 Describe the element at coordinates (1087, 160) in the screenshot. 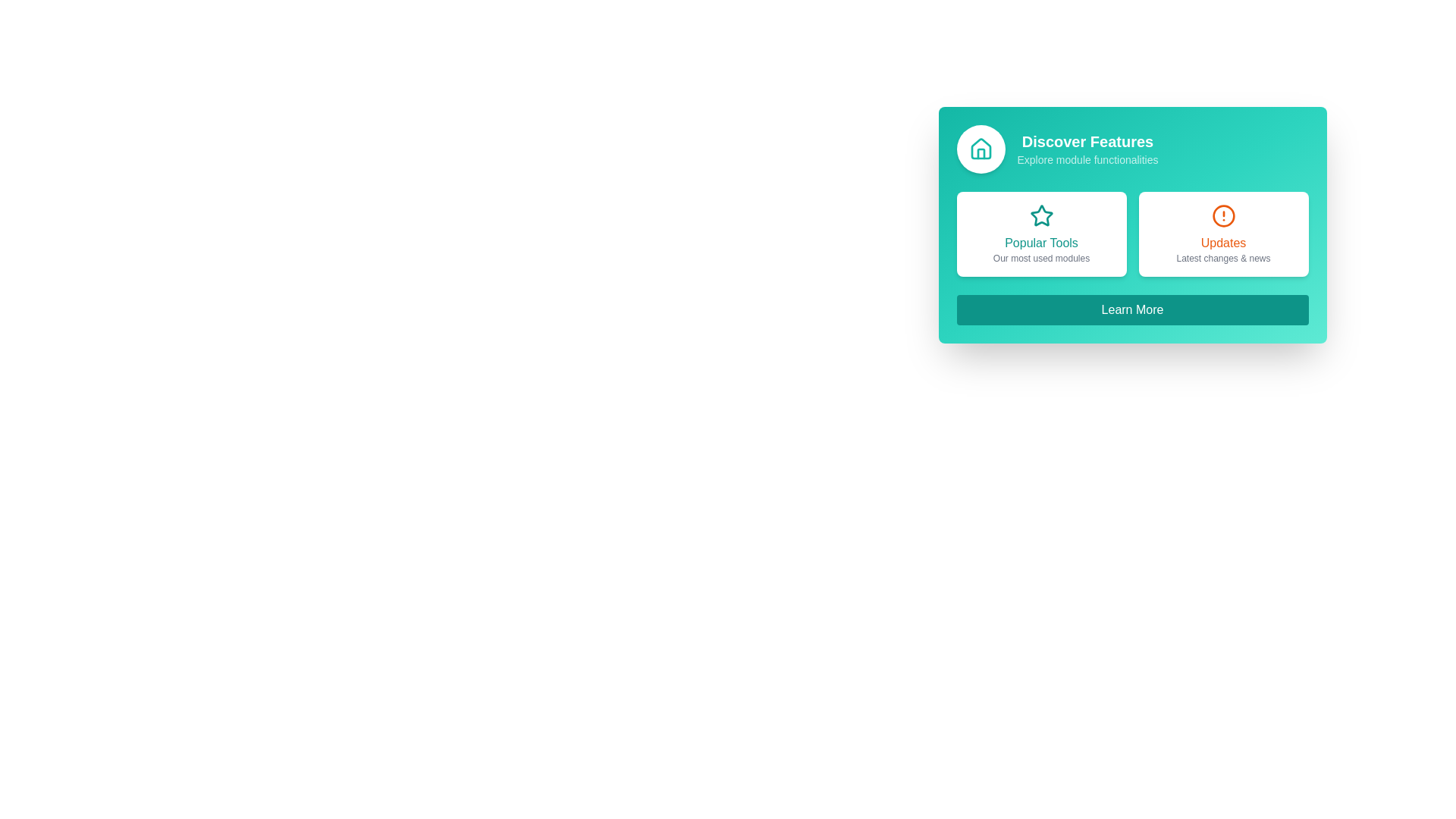

I see `the text component displaying 'Explore module functionalities', which is located beneath the title 'Discover Features' within the same card interface` at that location.